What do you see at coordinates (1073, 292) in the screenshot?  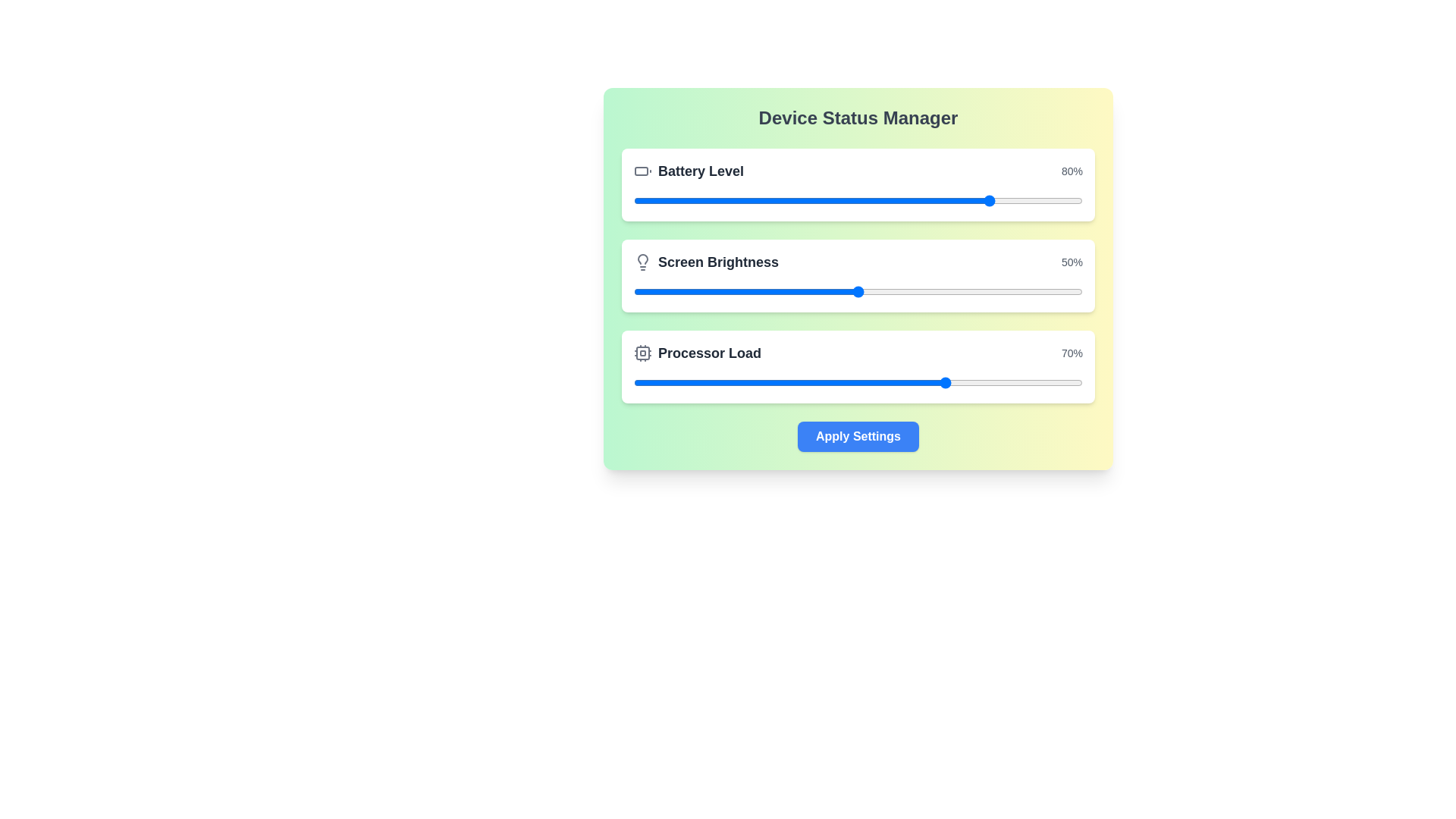 I see `the brightness level` at bounding box center [1073, 292].